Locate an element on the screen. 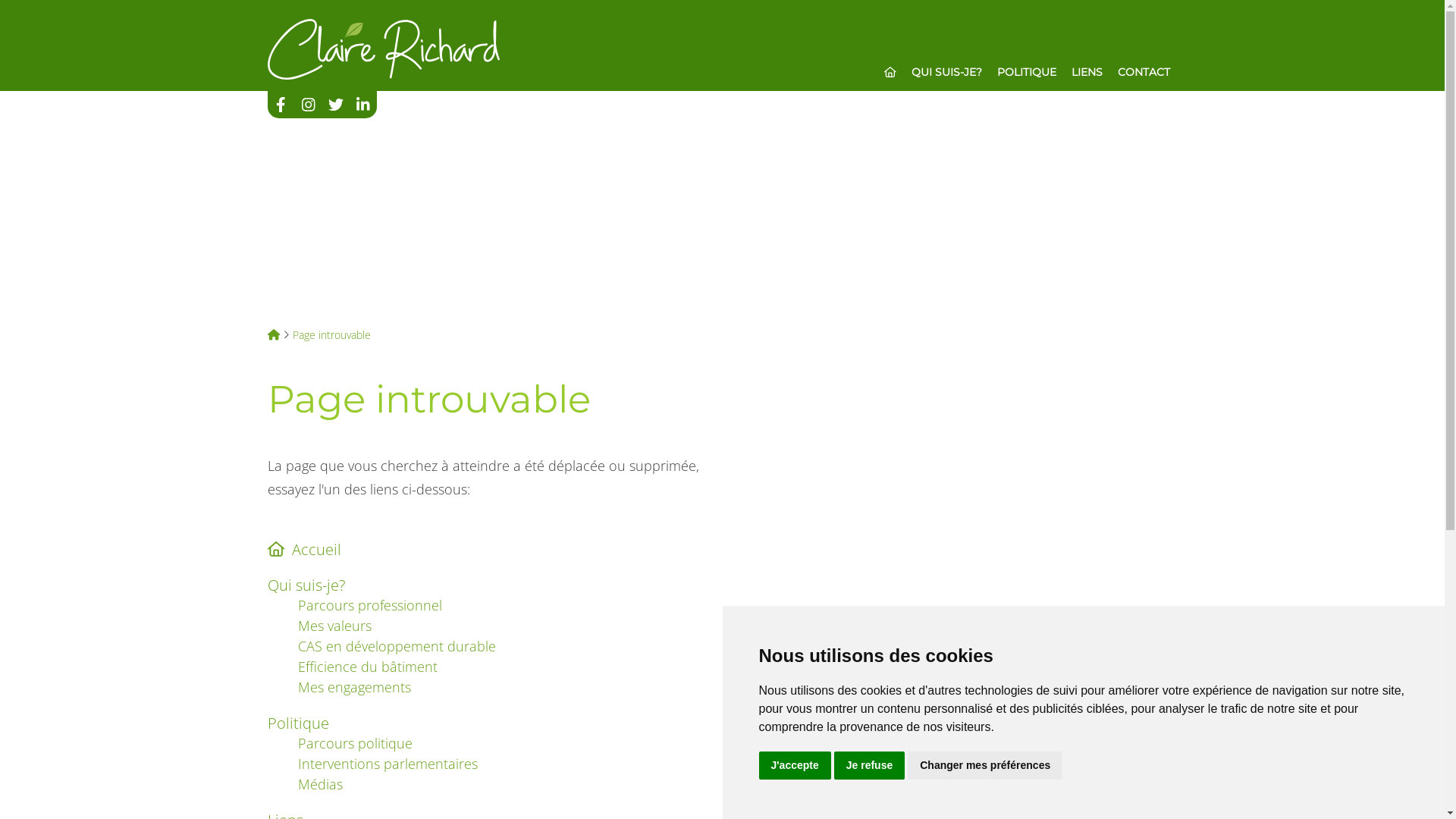 The width and height of the screenshot is (1456, 819). 'Mes valeurs' is located at coordinates (333, 626).